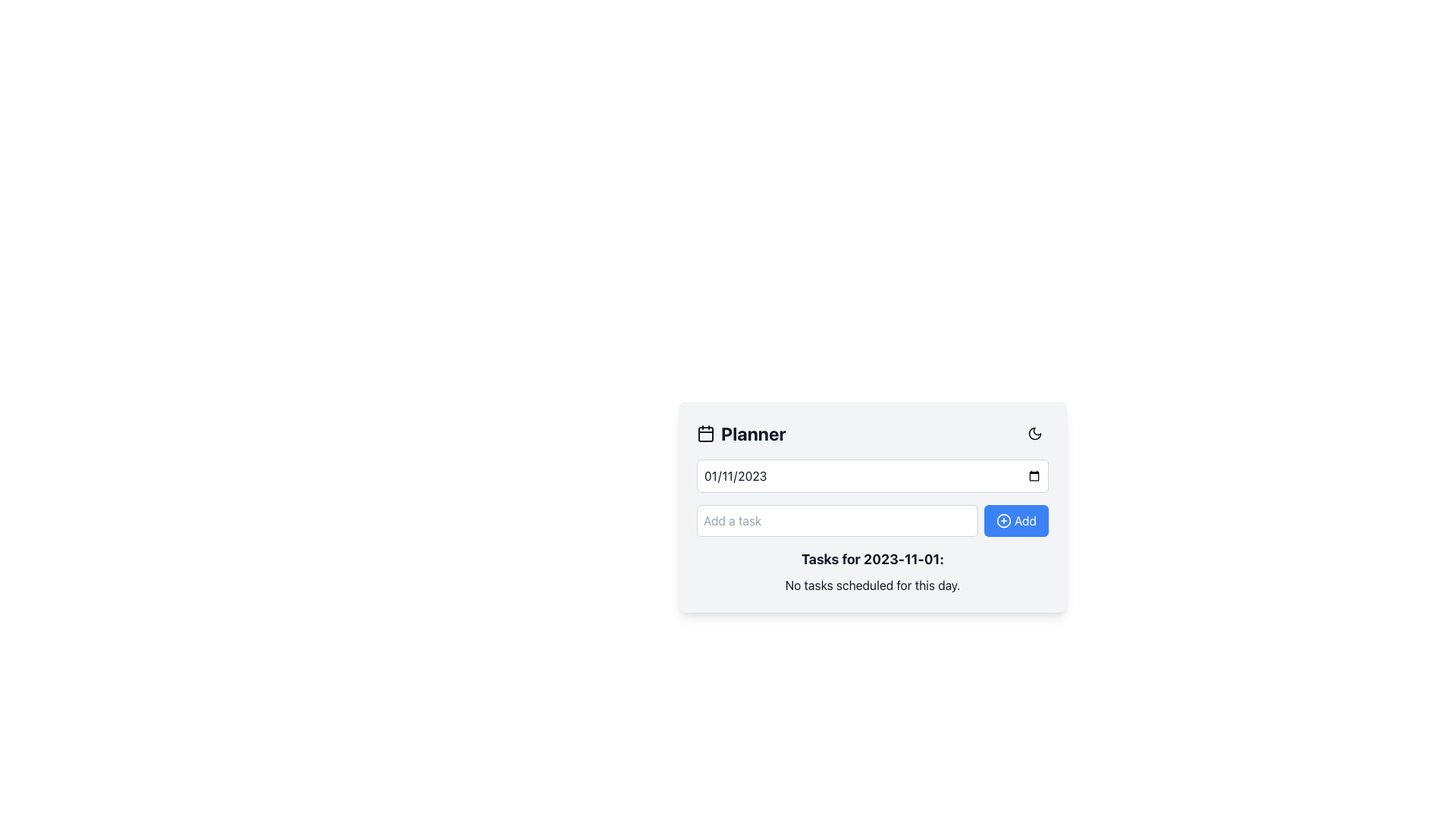 The width and height of the screenshot is (1456, 819). Describe the element at coordinates (1034, 433) in the screenshot. I see `the icon in the upper-right corner of the interface's main card` at that location.